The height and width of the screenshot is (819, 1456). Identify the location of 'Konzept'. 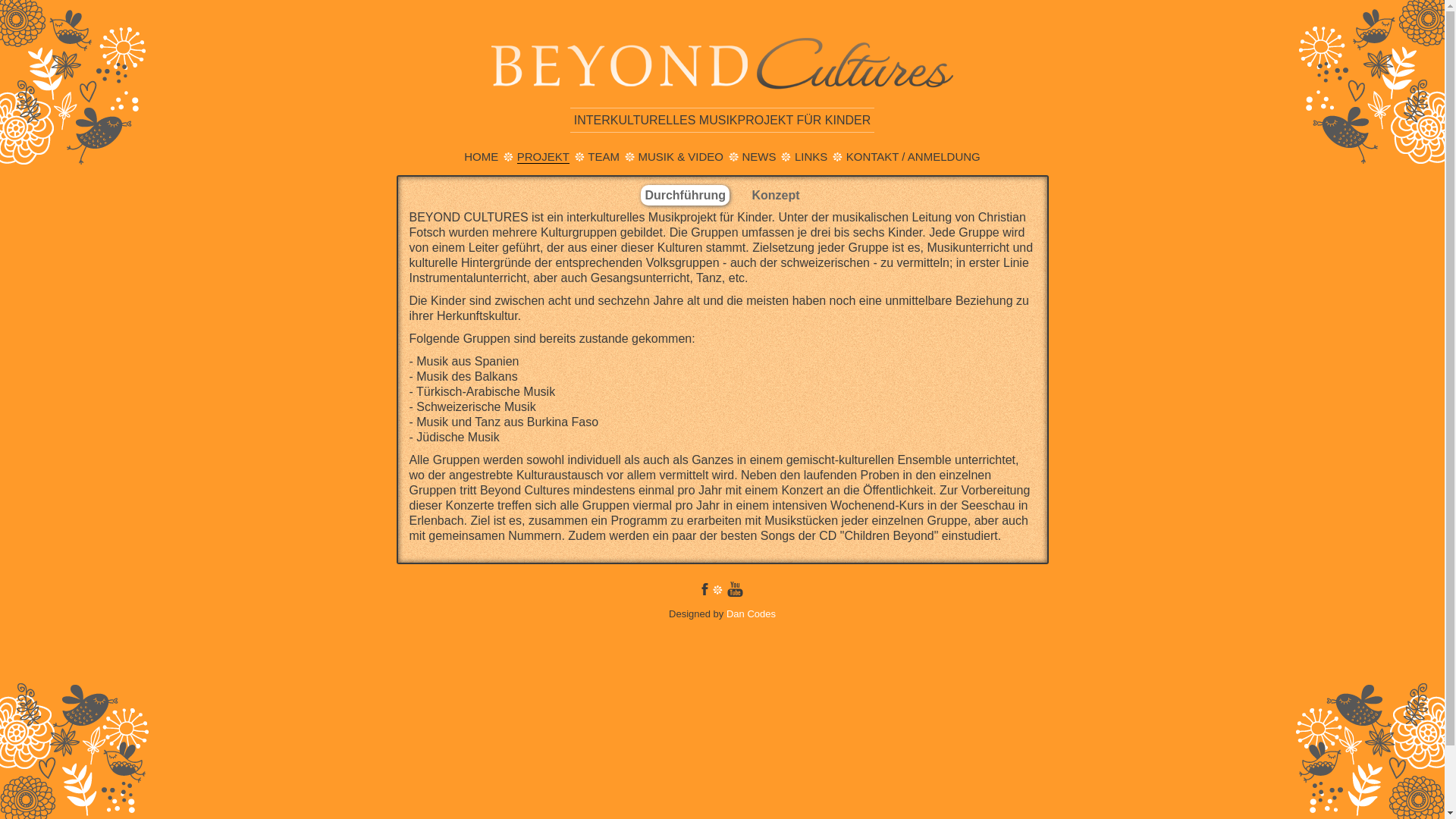
(776, 194).